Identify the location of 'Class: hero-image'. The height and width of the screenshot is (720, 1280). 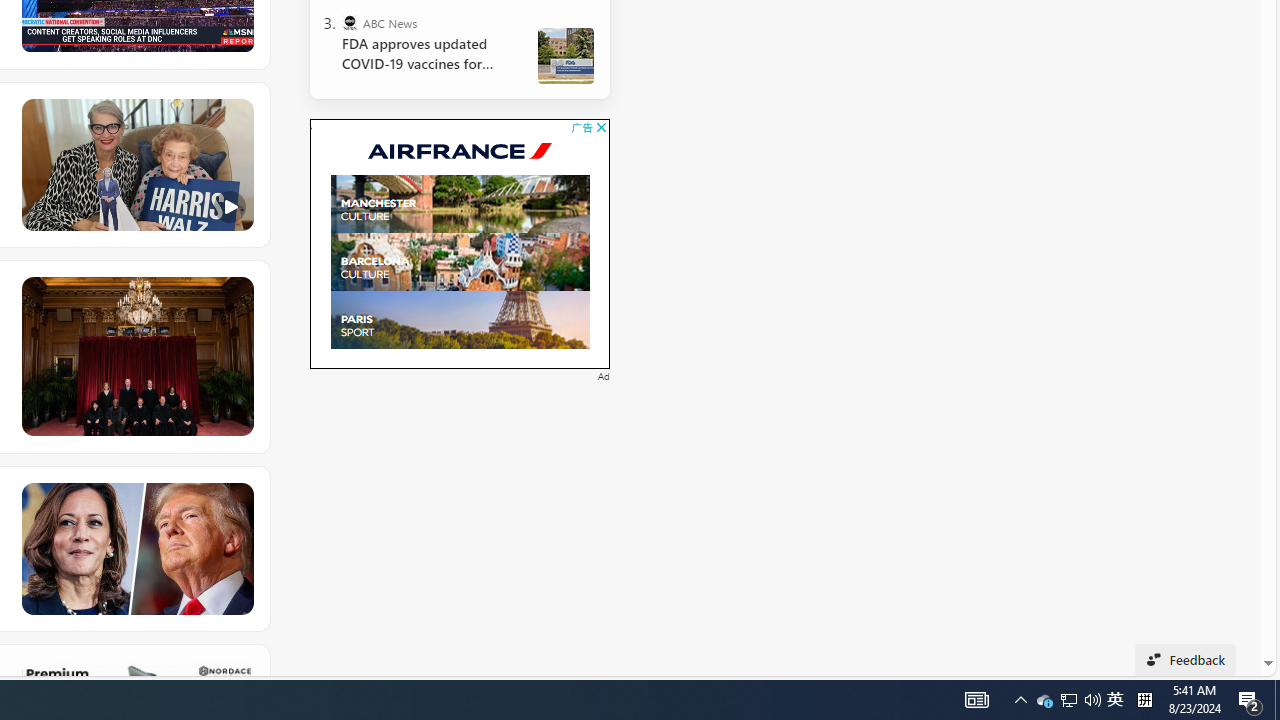
(135, 164).